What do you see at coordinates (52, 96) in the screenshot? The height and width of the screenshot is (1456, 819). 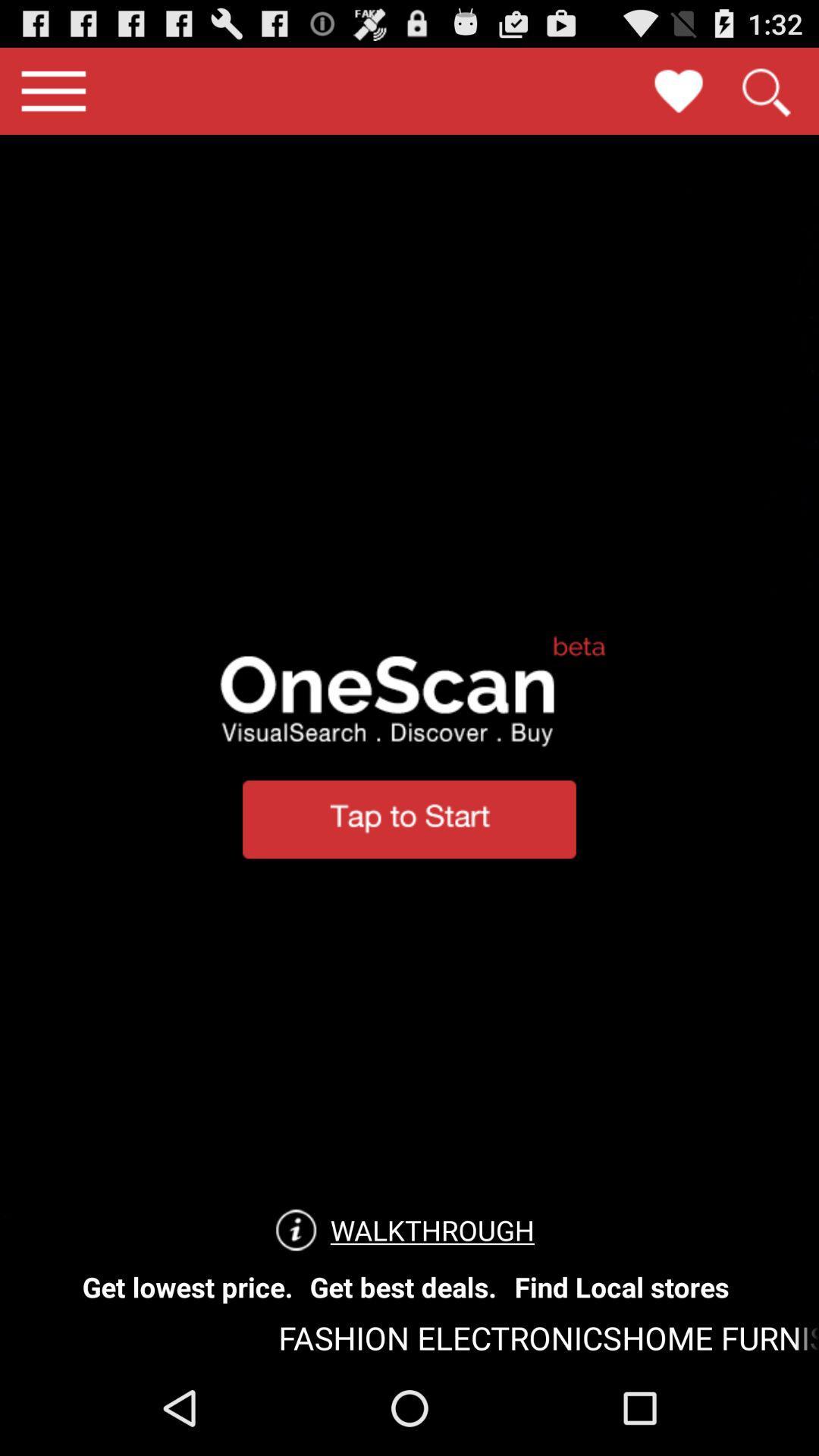 I see `the menu icon` at bounding box center [52, 96].